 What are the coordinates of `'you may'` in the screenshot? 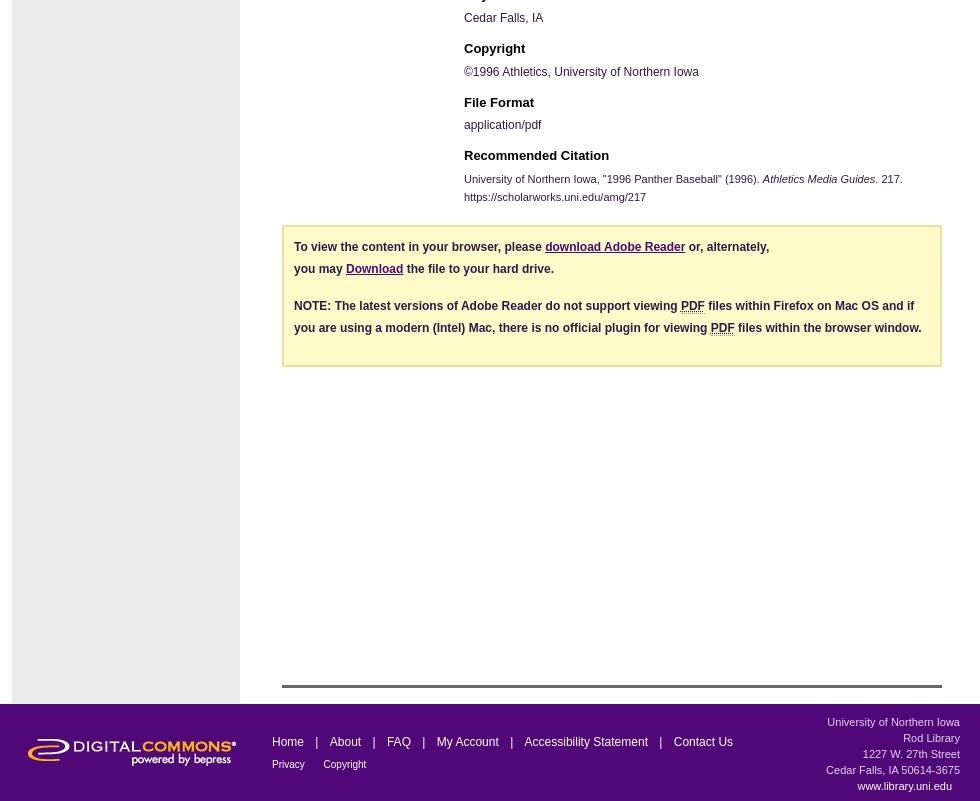 It's located at (294, 267).